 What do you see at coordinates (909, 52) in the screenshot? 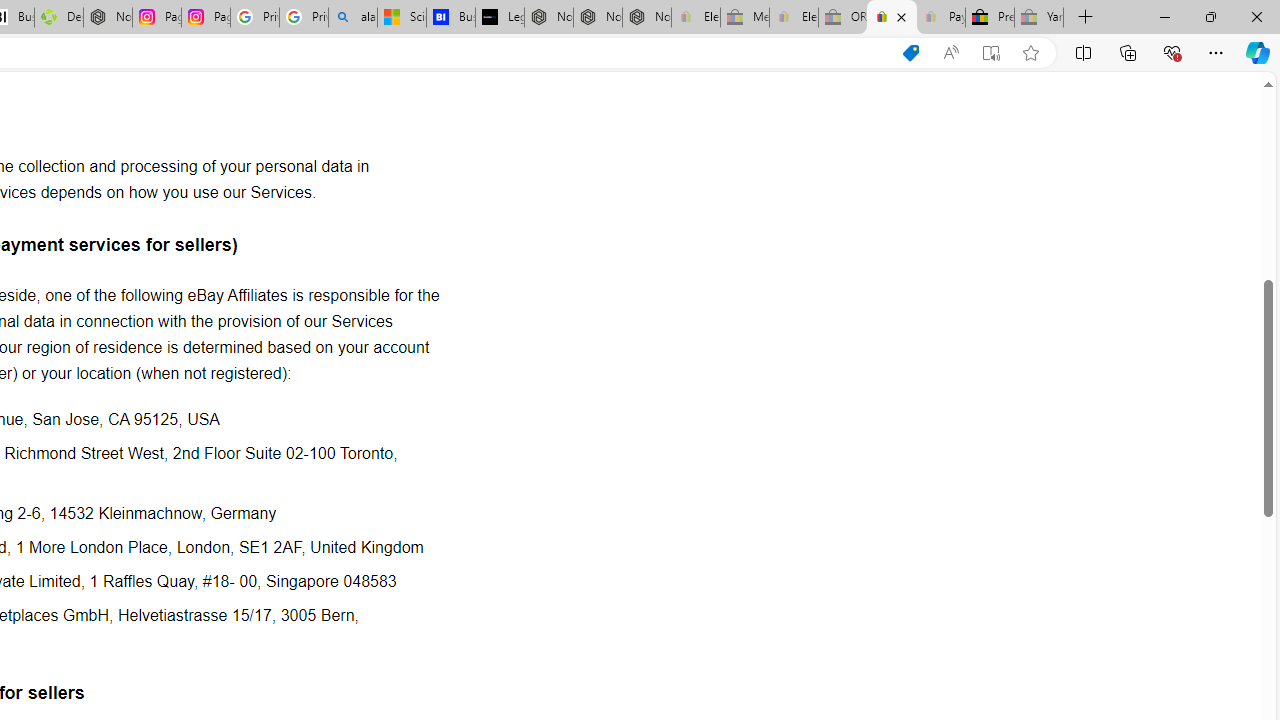
I see `'This site has coupons! Shopping in Microsoft Edge'` at bounding box center [909, 52].